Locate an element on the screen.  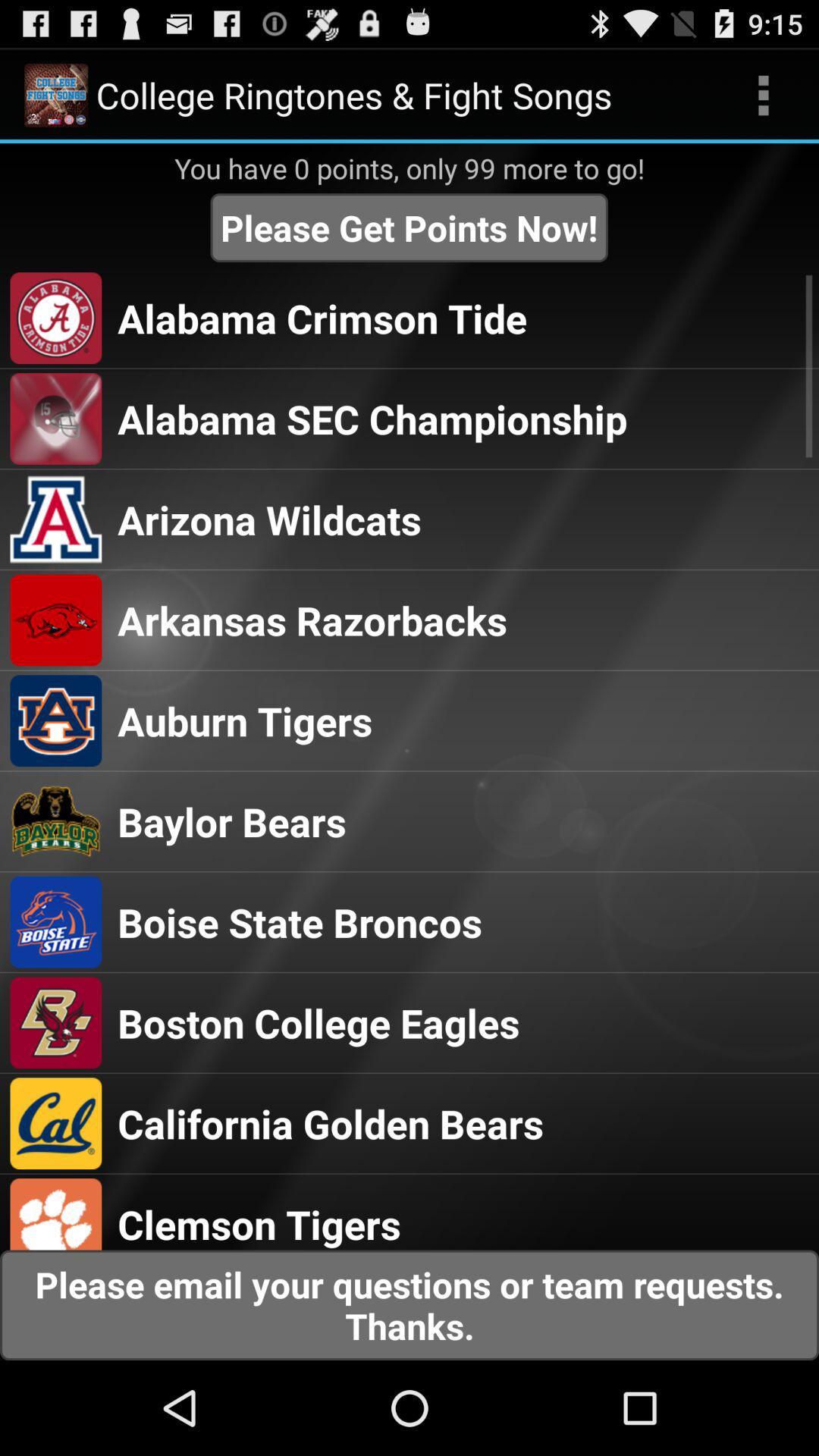
item above you have 0 item is located at coordinates (763, 94).